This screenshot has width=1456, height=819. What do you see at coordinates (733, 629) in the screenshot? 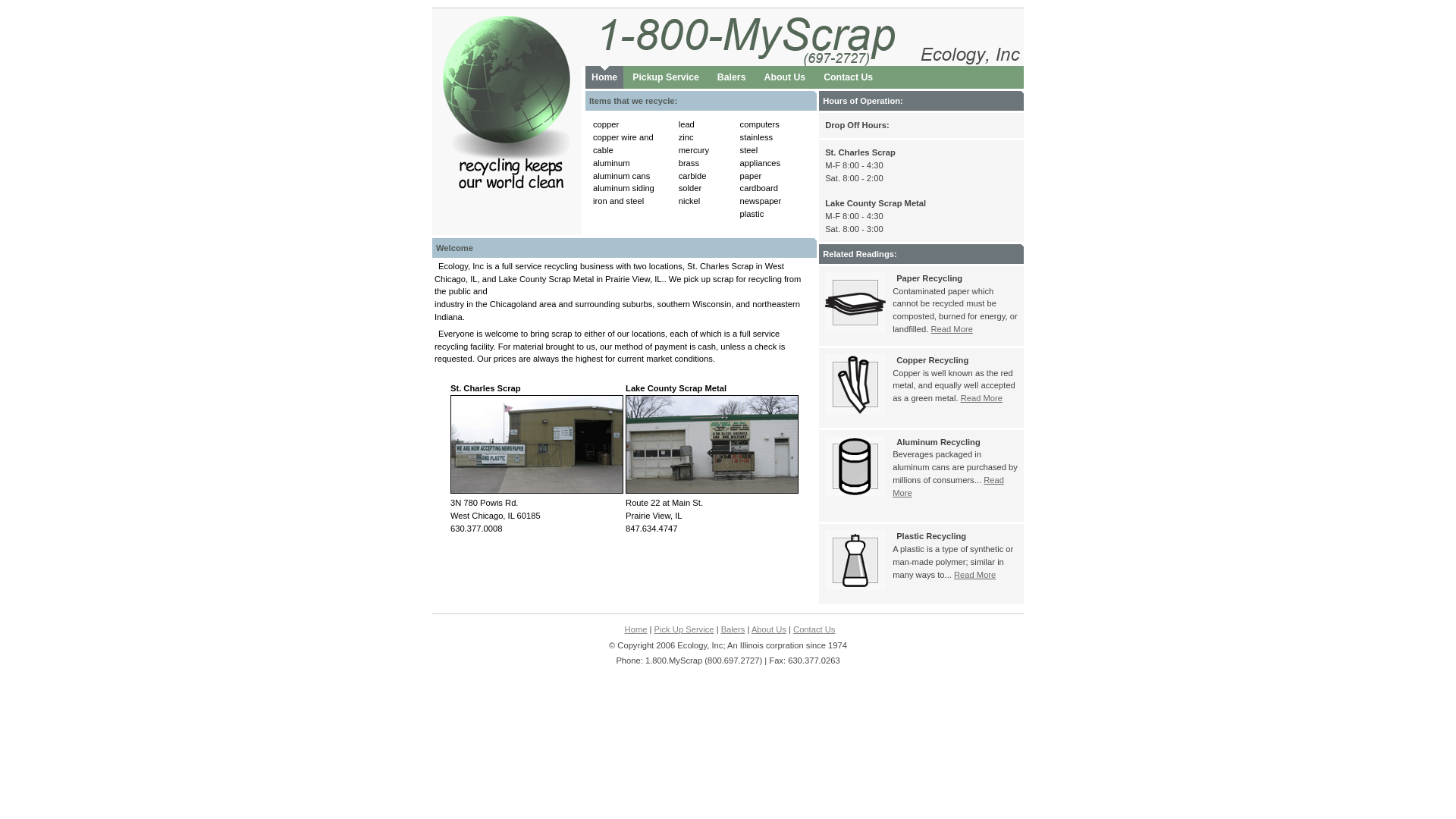
I see `'Balers'` at bounding box center [733, 629].